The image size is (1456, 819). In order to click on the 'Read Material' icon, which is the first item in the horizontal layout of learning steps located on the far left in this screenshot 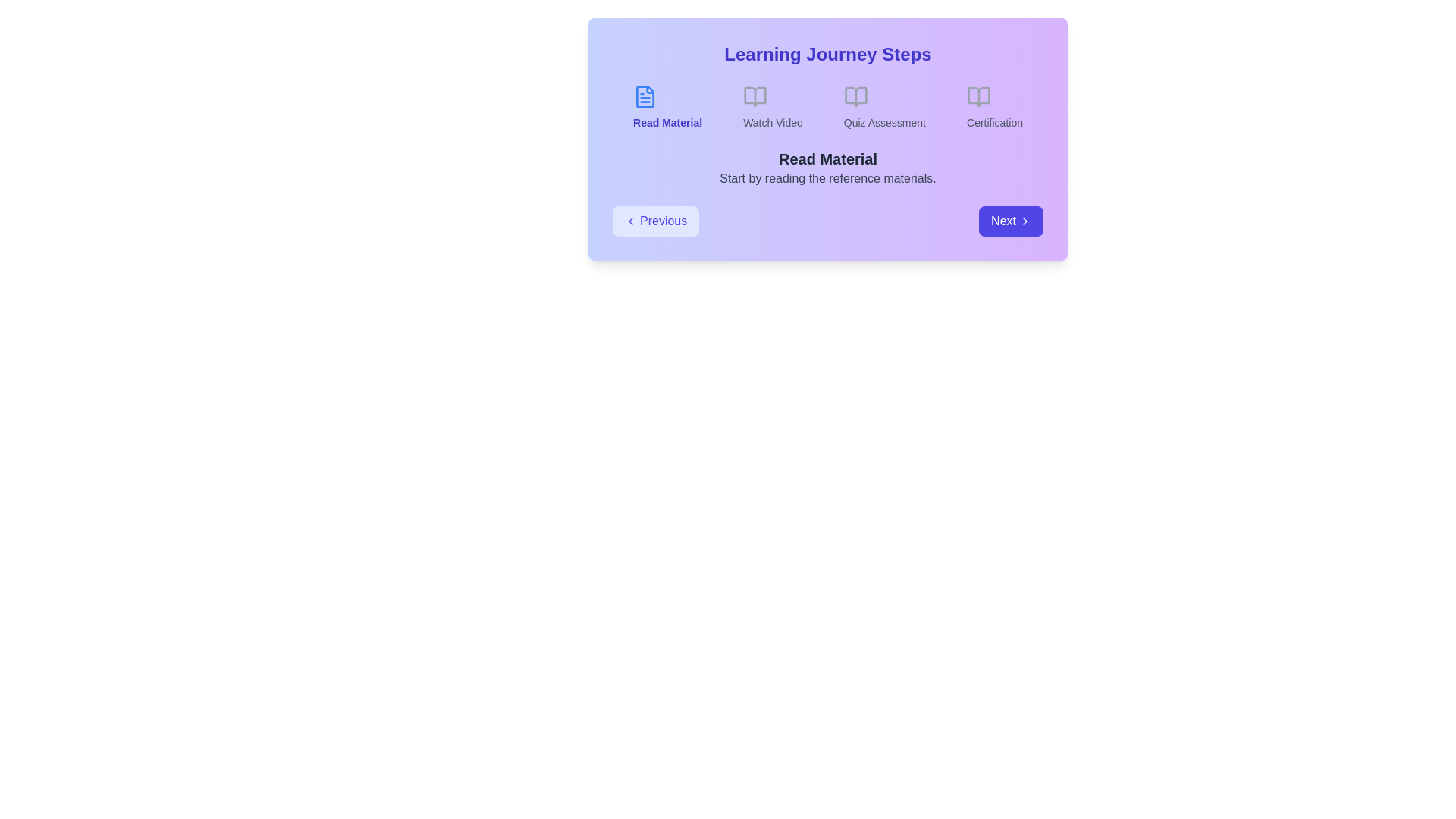, I will do `click(645, 96)`.